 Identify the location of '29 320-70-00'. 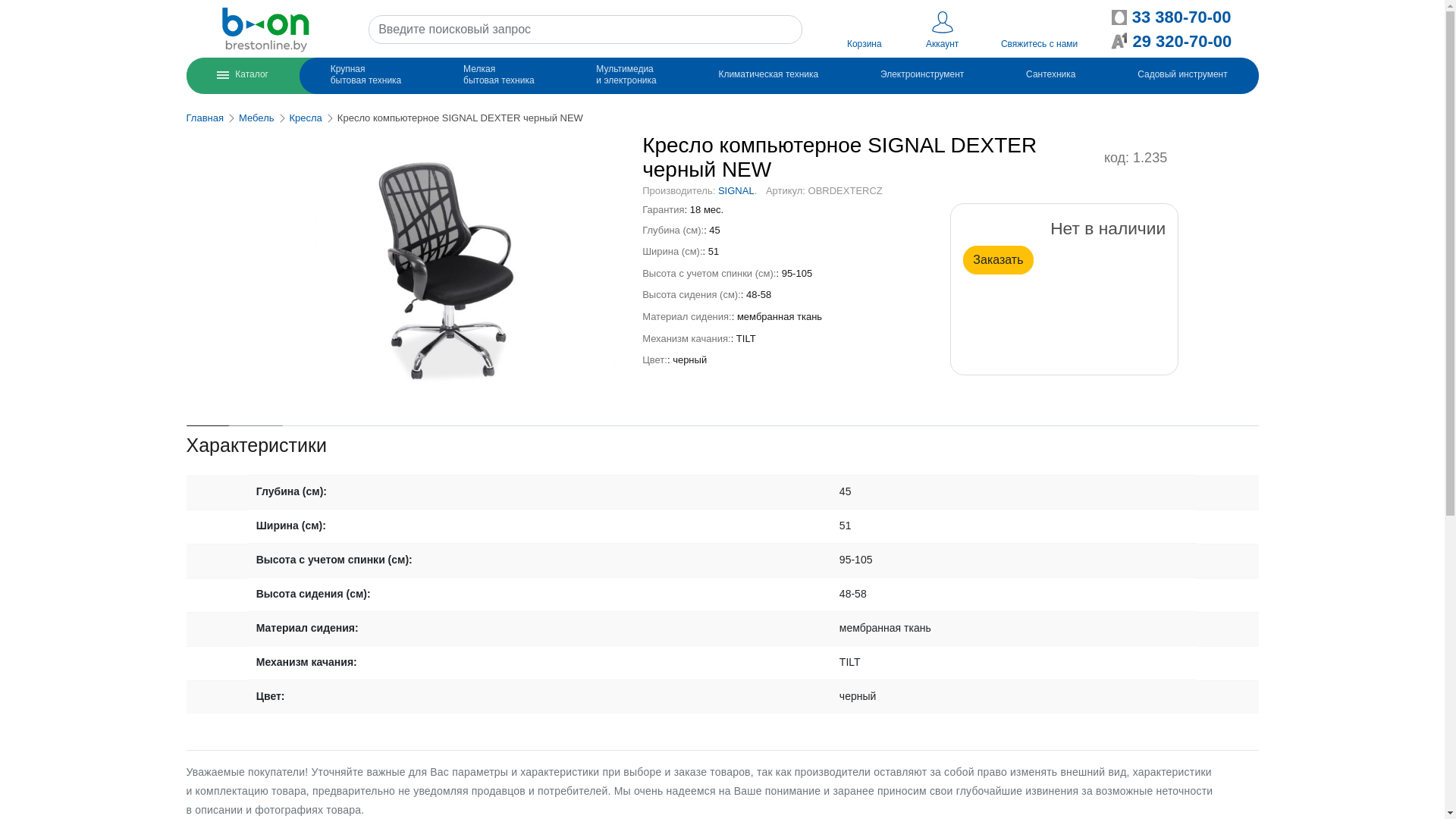
(1170, 40).